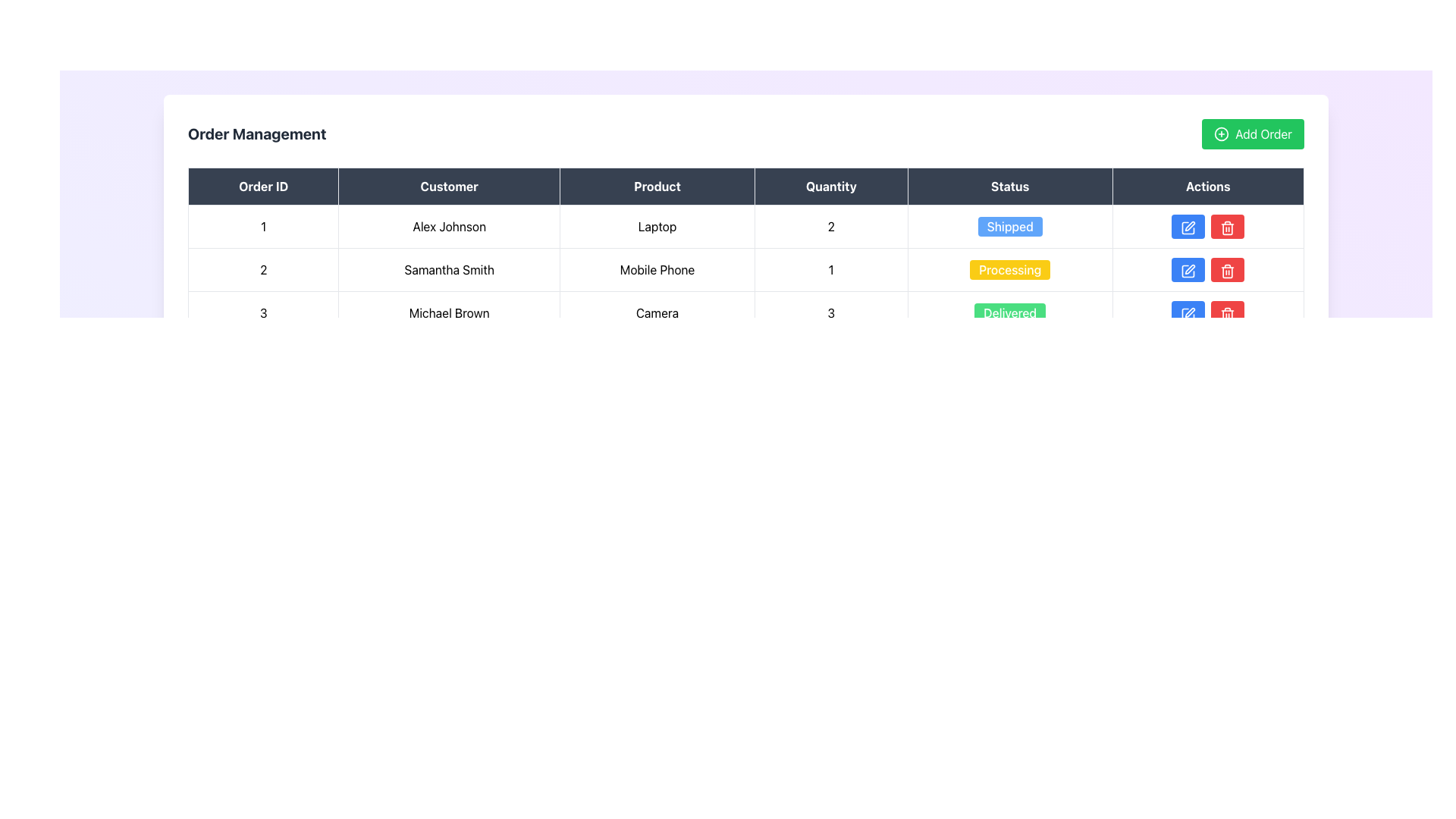 The image size is (1456, 819). Describe the element at coordinates (657, 312) in the screenshot. I see `the text label that reads 'Camera' in the 'Product' column for the customer 'Michael Brown'` at that location.